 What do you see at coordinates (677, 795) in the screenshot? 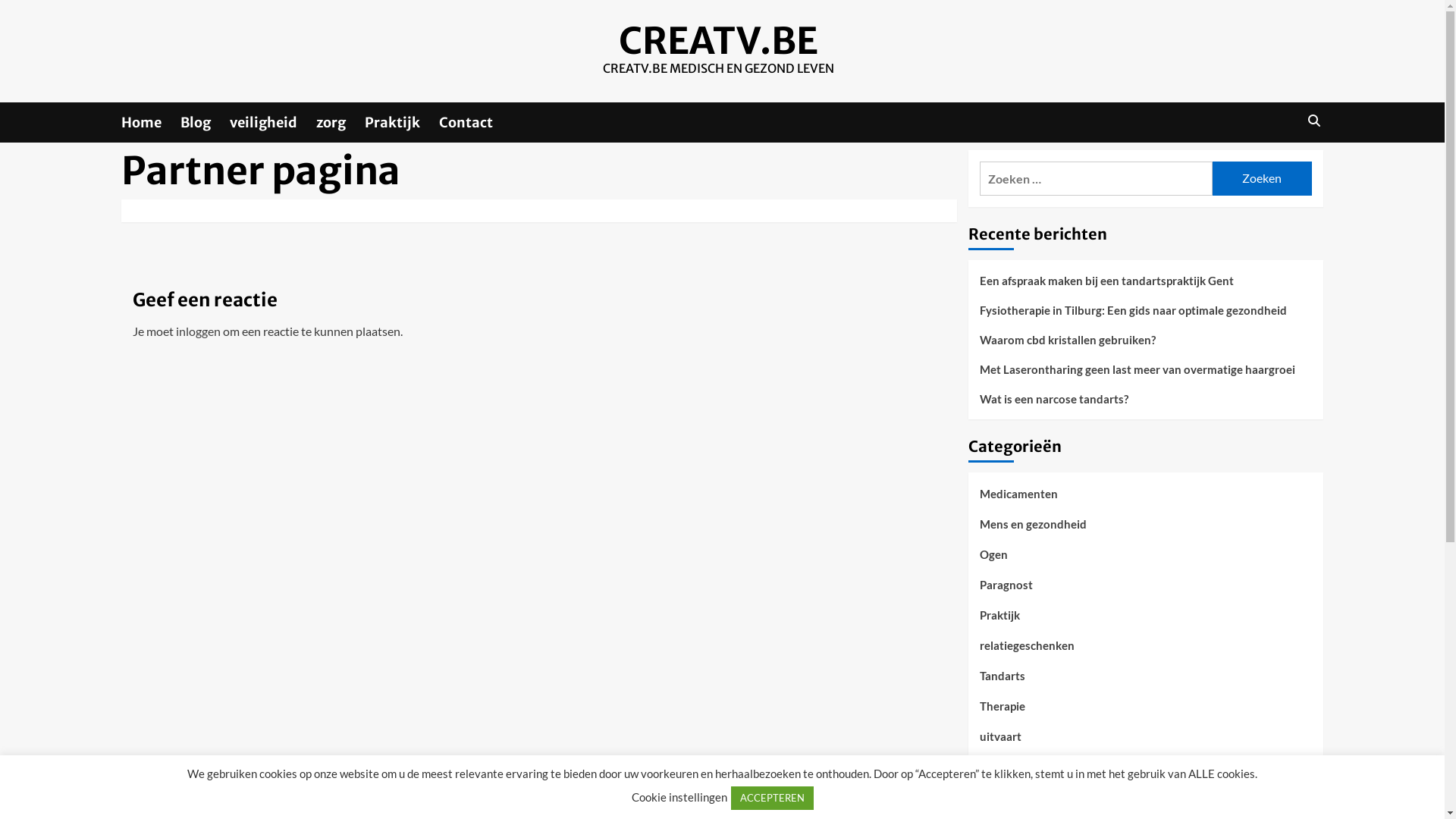
I see `'Cookie instellingen'` at bounding box center [677, 795].